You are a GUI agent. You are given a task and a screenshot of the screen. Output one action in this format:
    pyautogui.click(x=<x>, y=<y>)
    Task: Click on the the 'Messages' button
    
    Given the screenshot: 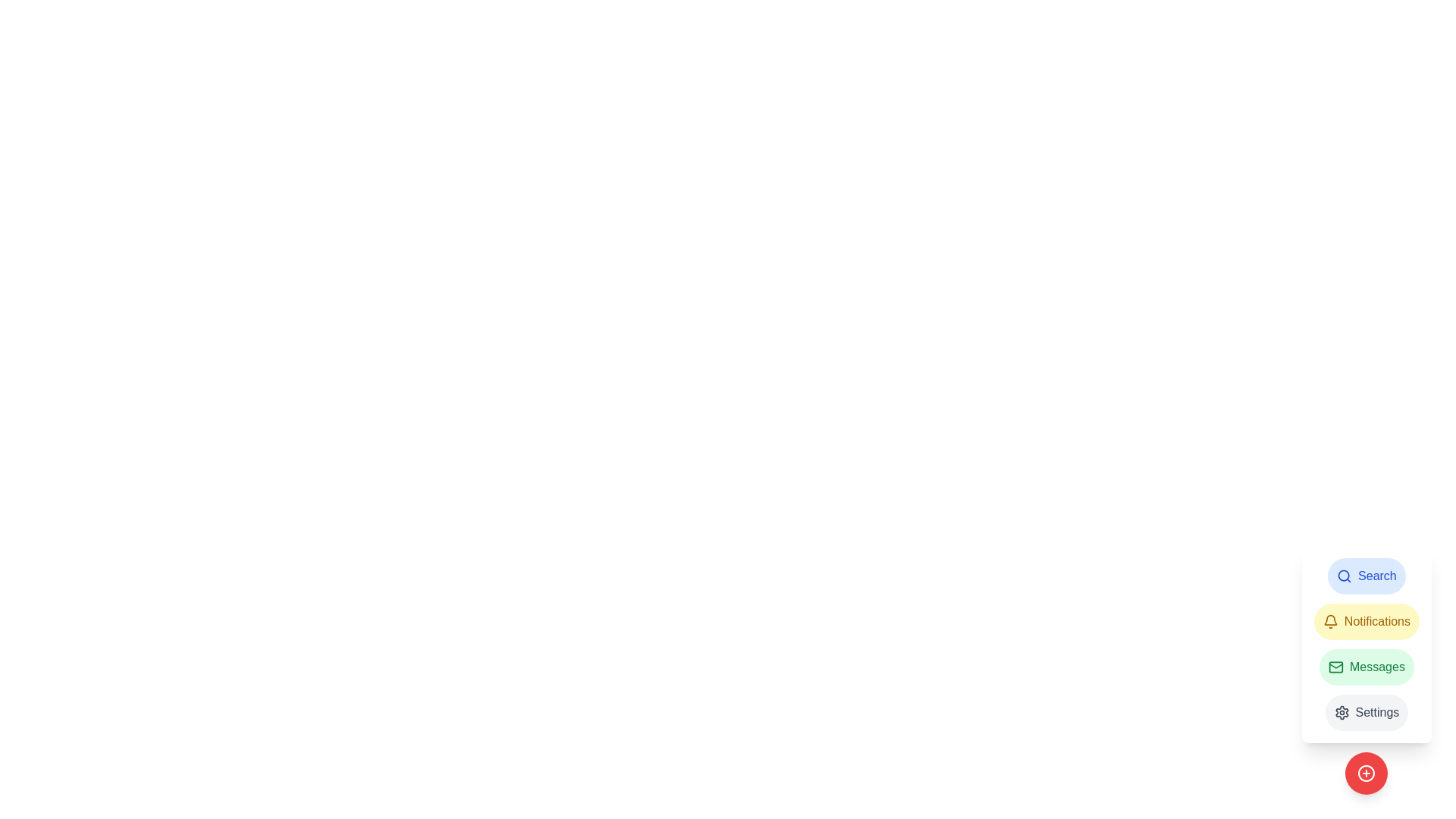 What is the action you would take?
    pyautogui.click(x=1367, y=669)
    